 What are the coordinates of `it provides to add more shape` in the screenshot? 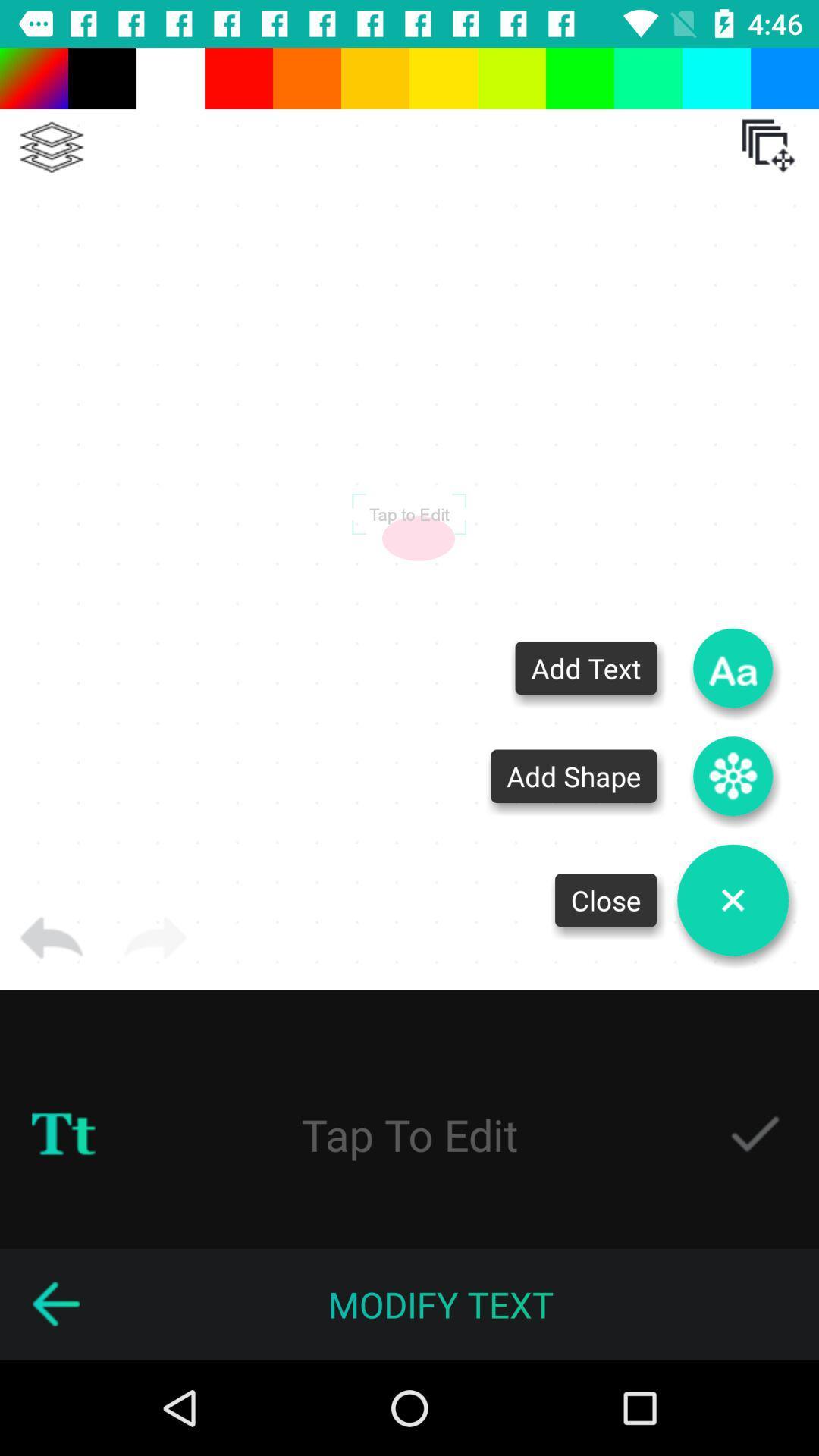 It's located at (732, 776).